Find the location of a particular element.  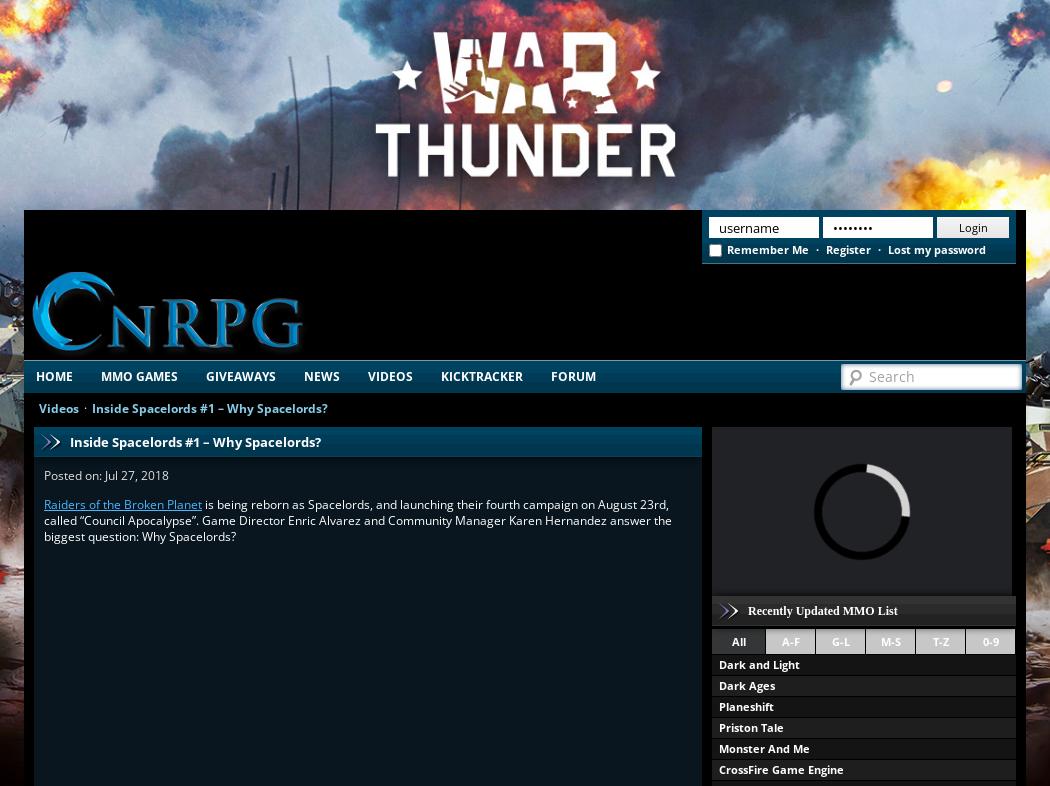

'is being reborn as Spacelords, and launching their fourth campaign on August 23rd, called “Council Apocalypse”. Game Director Enric Alvarez and Community Manager Karen Hernandez answer the biggest question: Why Spacelords?' is located at coordinates (357, 519).